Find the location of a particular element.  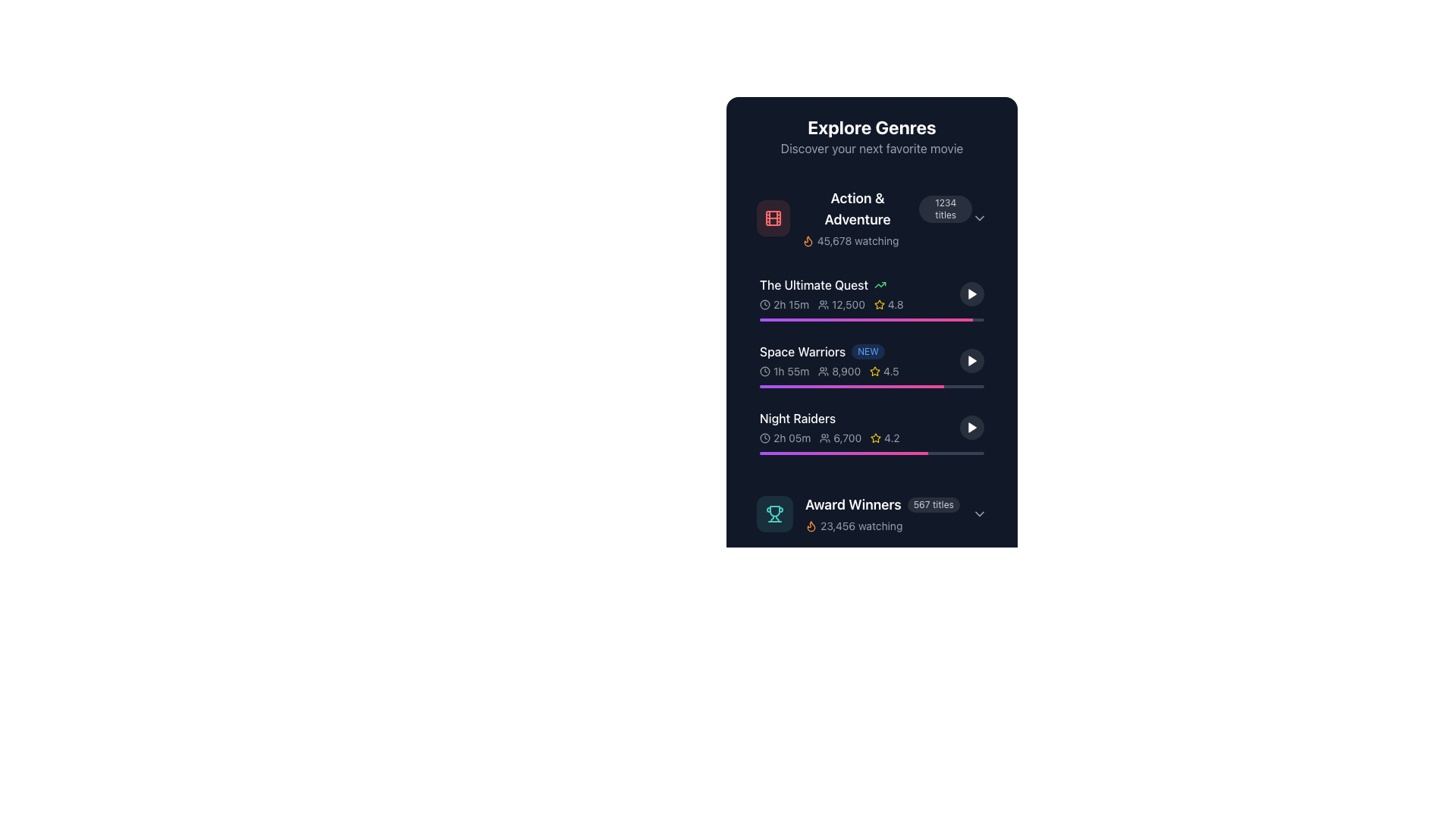

the trophy icon representing the 'Award Winners' category located at the bottom section of the interface is located at coordinates (775, 511).